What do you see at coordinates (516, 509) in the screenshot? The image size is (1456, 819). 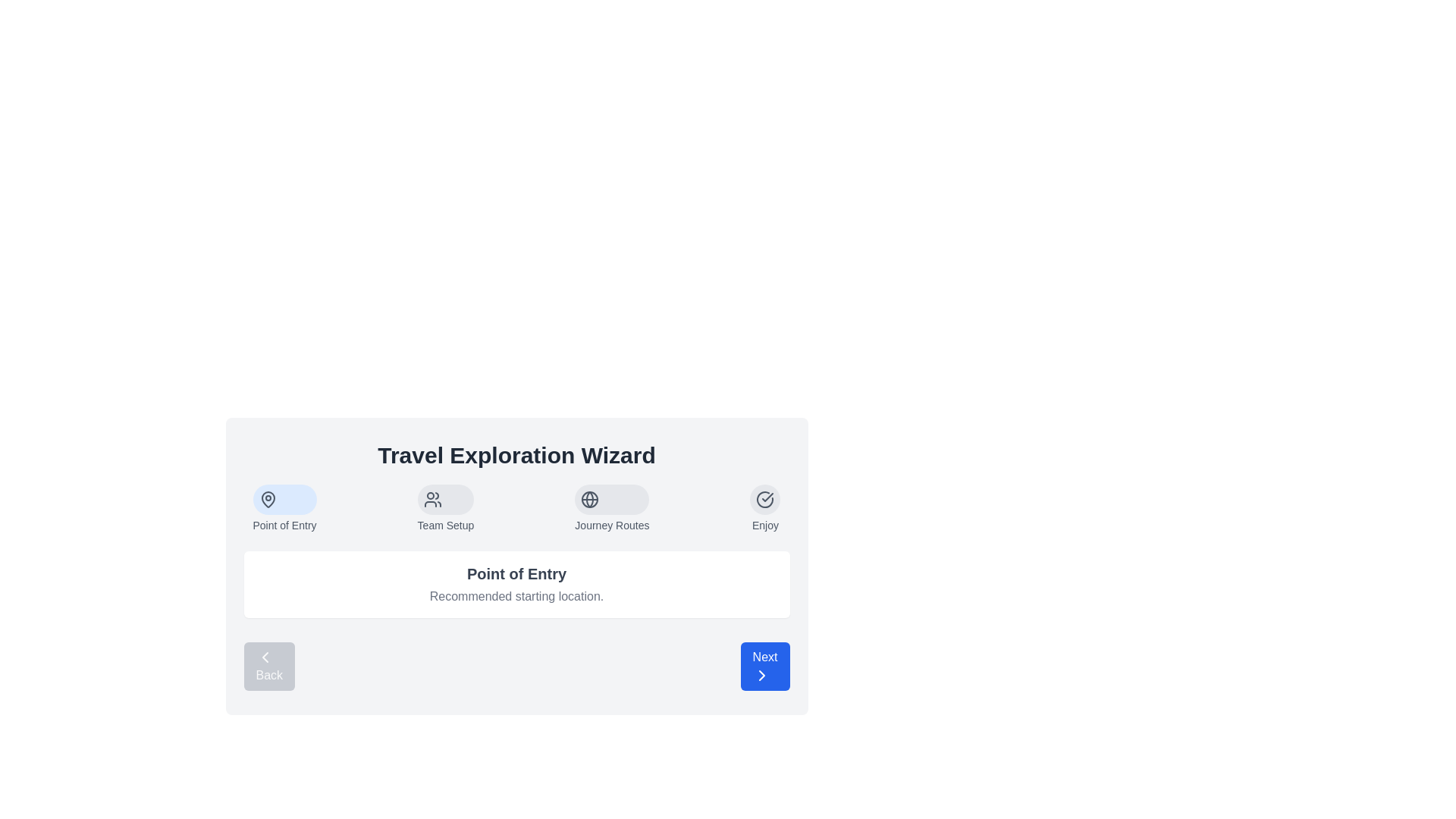 I see `the navigation bar section` at bounding box center [516, 509].